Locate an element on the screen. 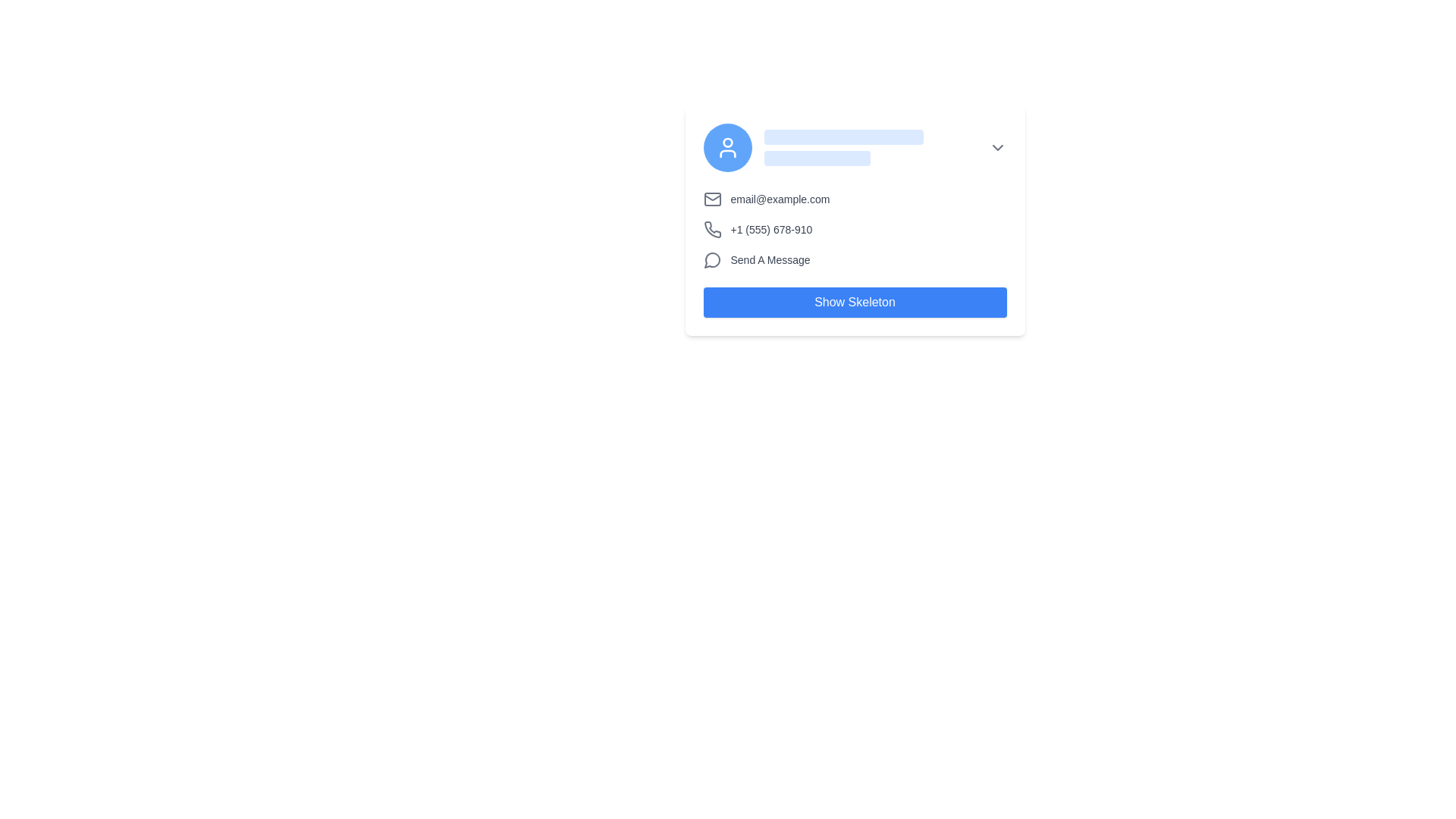  the email icon located to the left of the text 'email@example.com' is located at coordinates (711, 198).